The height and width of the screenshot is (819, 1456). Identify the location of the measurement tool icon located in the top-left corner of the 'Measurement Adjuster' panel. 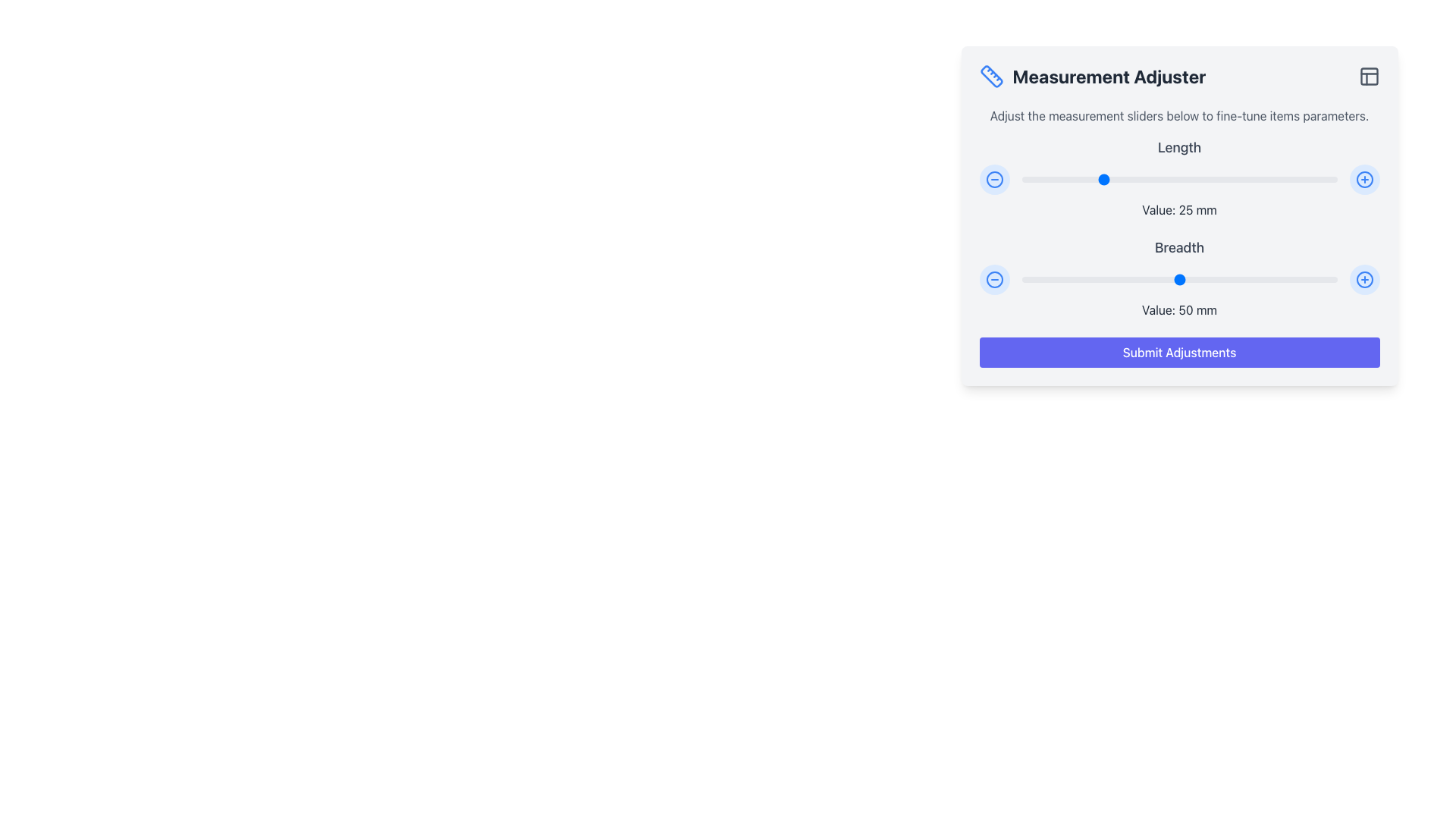
(991, 76).